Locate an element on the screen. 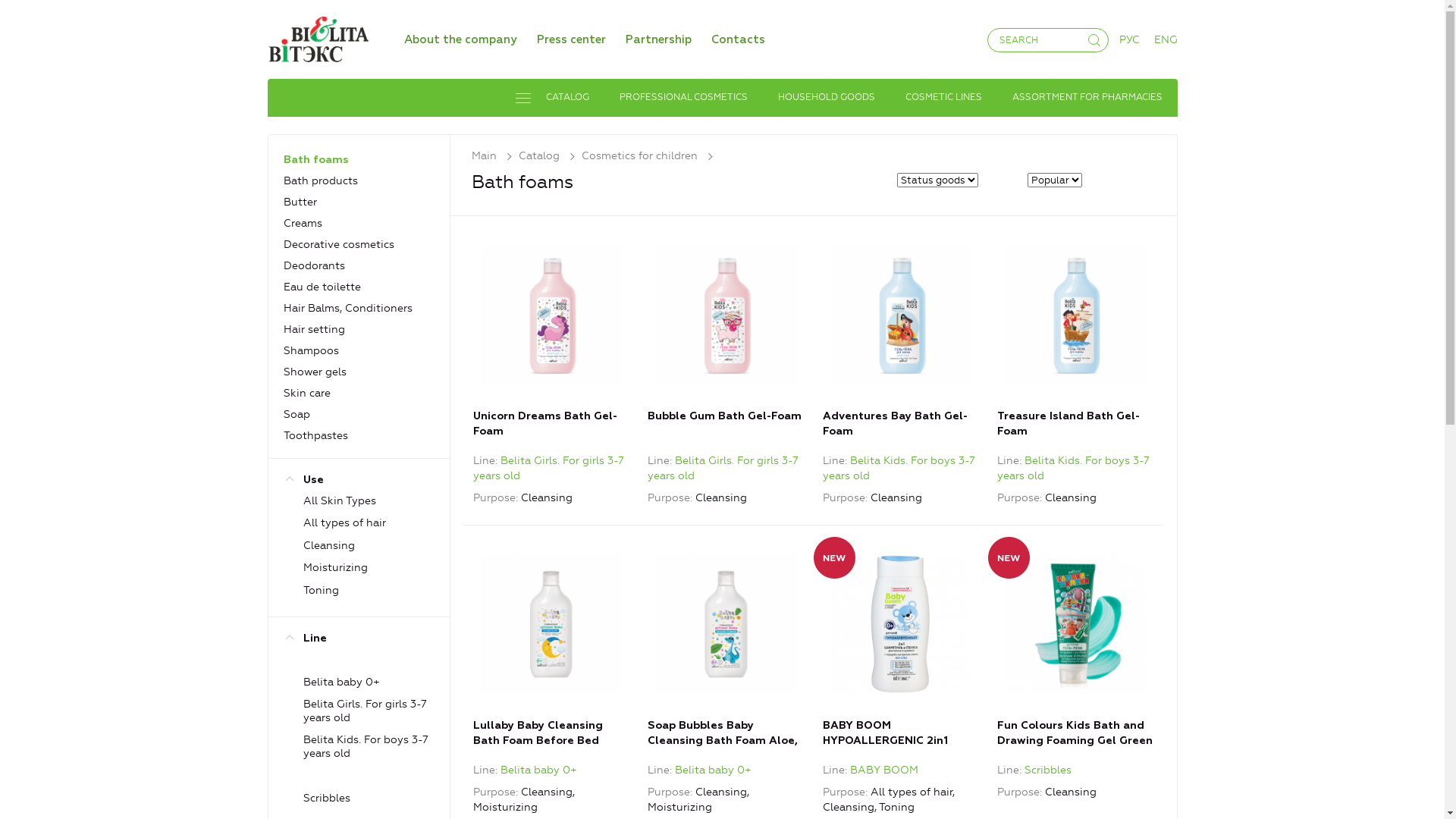  'Skin care' is located at coordinates (284, 392).